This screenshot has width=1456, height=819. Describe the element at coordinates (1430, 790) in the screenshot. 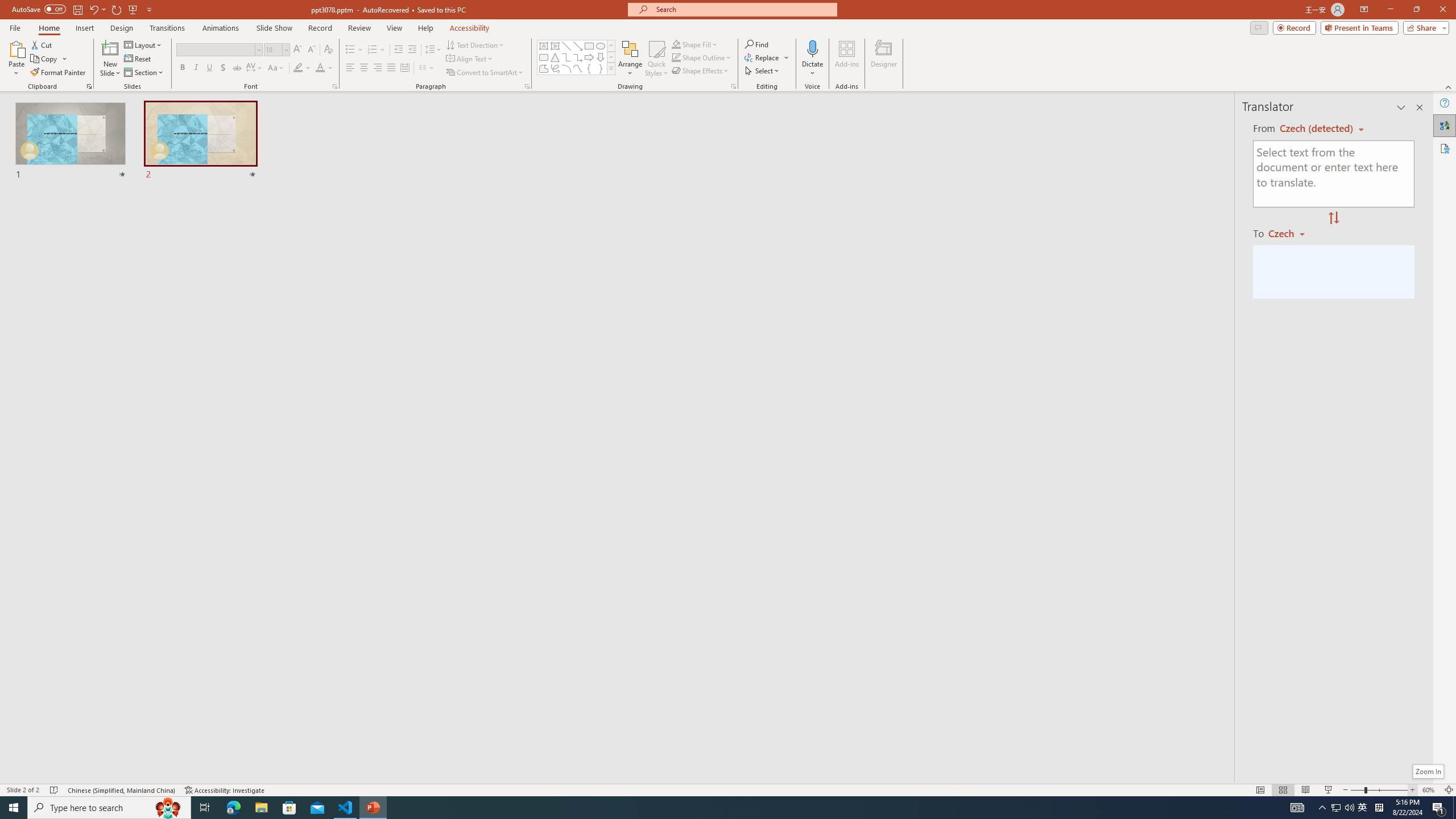

I see `'Zoom 60%'` at that location.